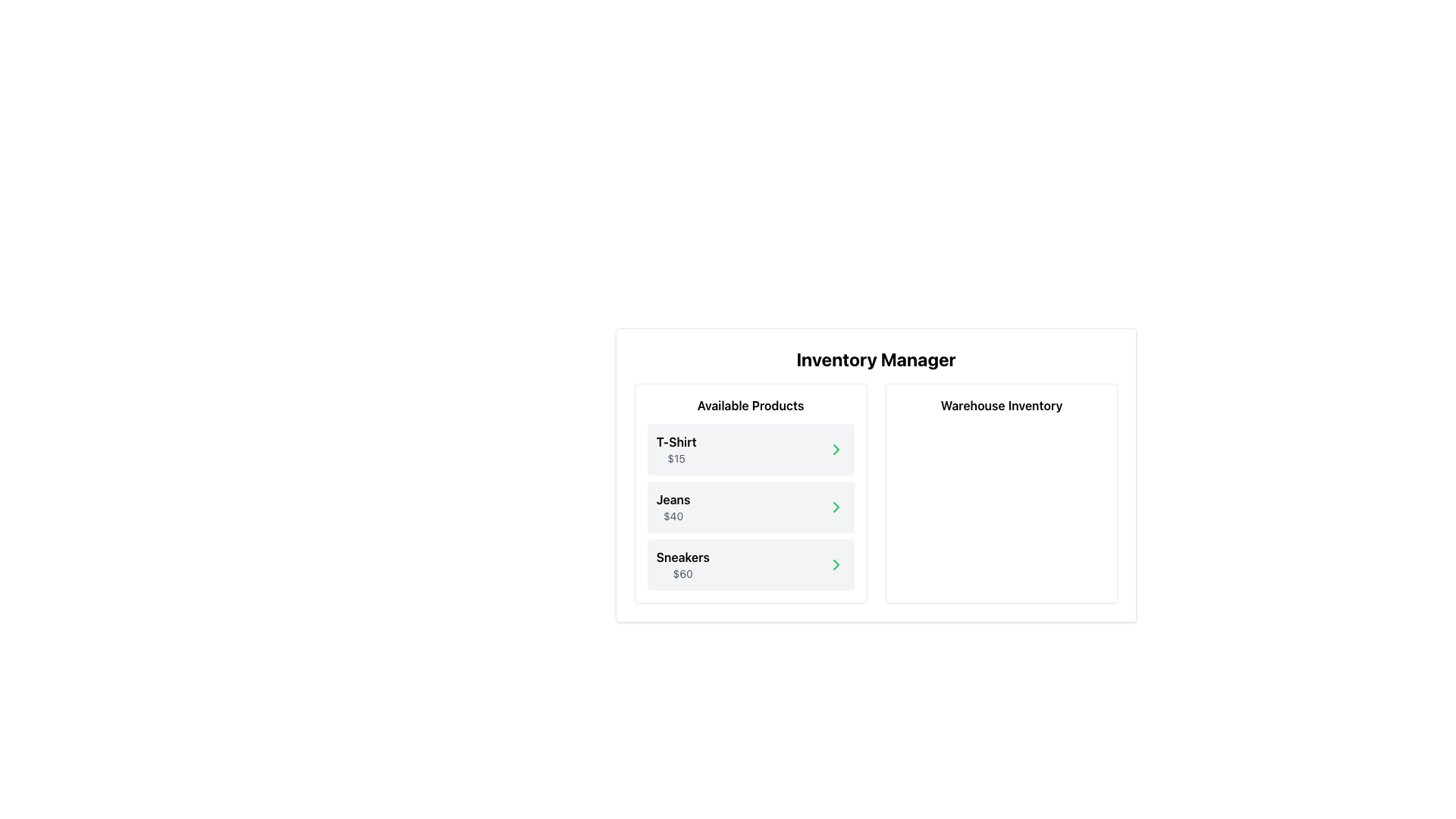 The width and height of the screenshot is (1456, 819). I want to click on text from the 'Inventory Manager' header located at the top of the interface section, which serves as the title for the dashboard, so click(876, 359).